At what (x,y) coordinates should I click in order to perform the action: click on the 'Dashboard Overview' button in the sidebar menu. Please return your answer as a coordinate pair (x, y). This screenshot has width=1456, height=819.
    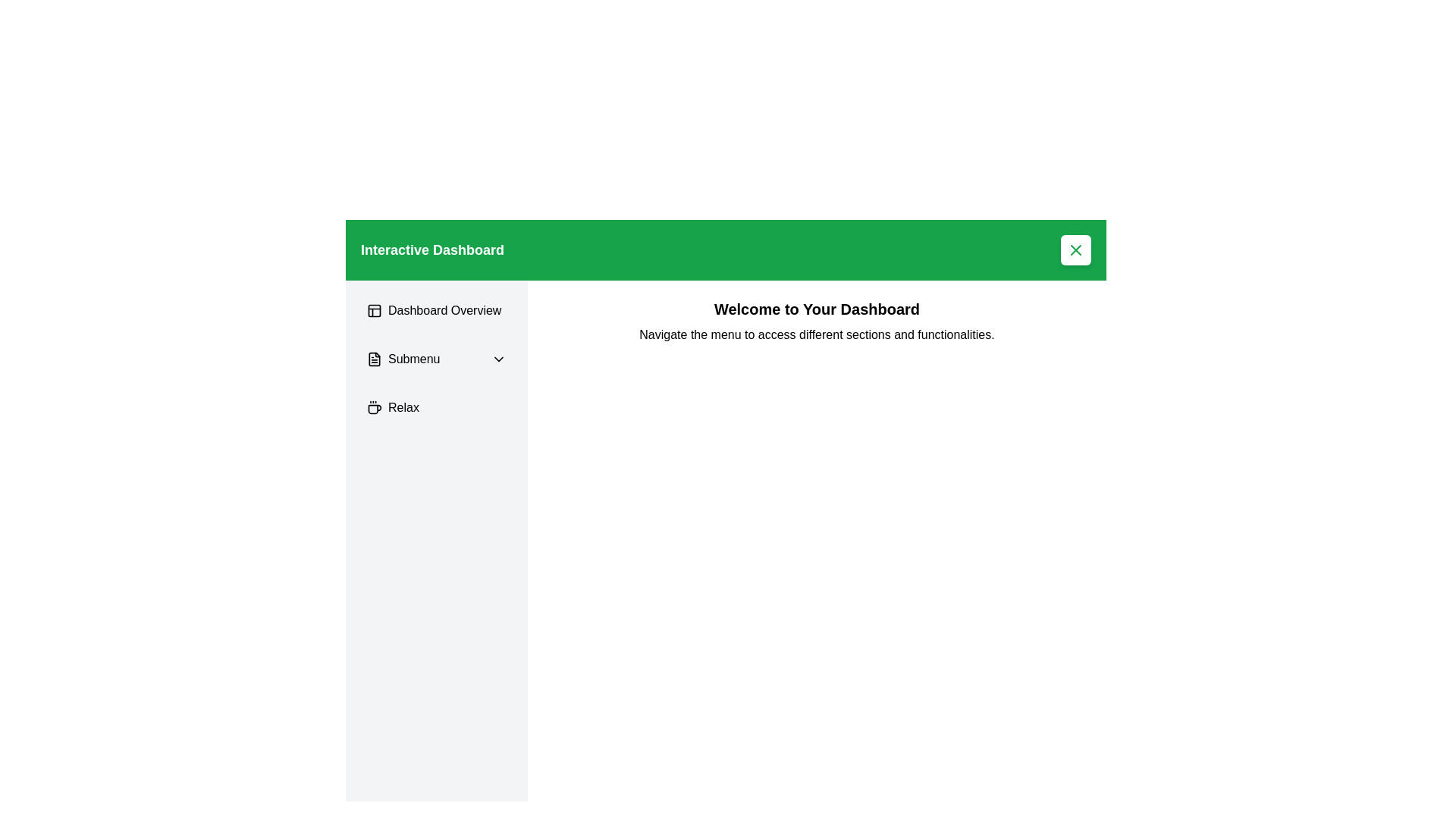
    Looking at the image, I should click on (436, 309).